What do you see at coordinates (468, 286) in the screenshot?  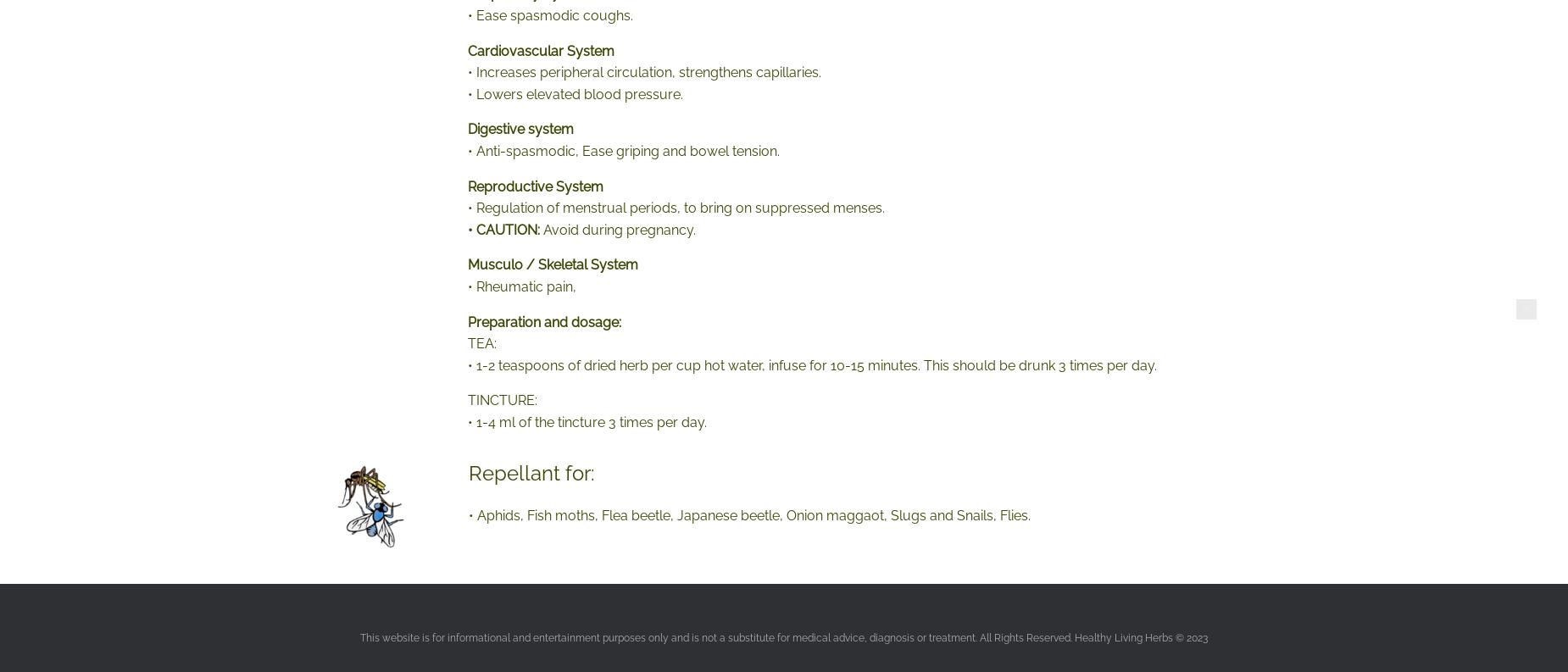 I see `'• Rheumatic pain,'` at bounding box center [468, 286].